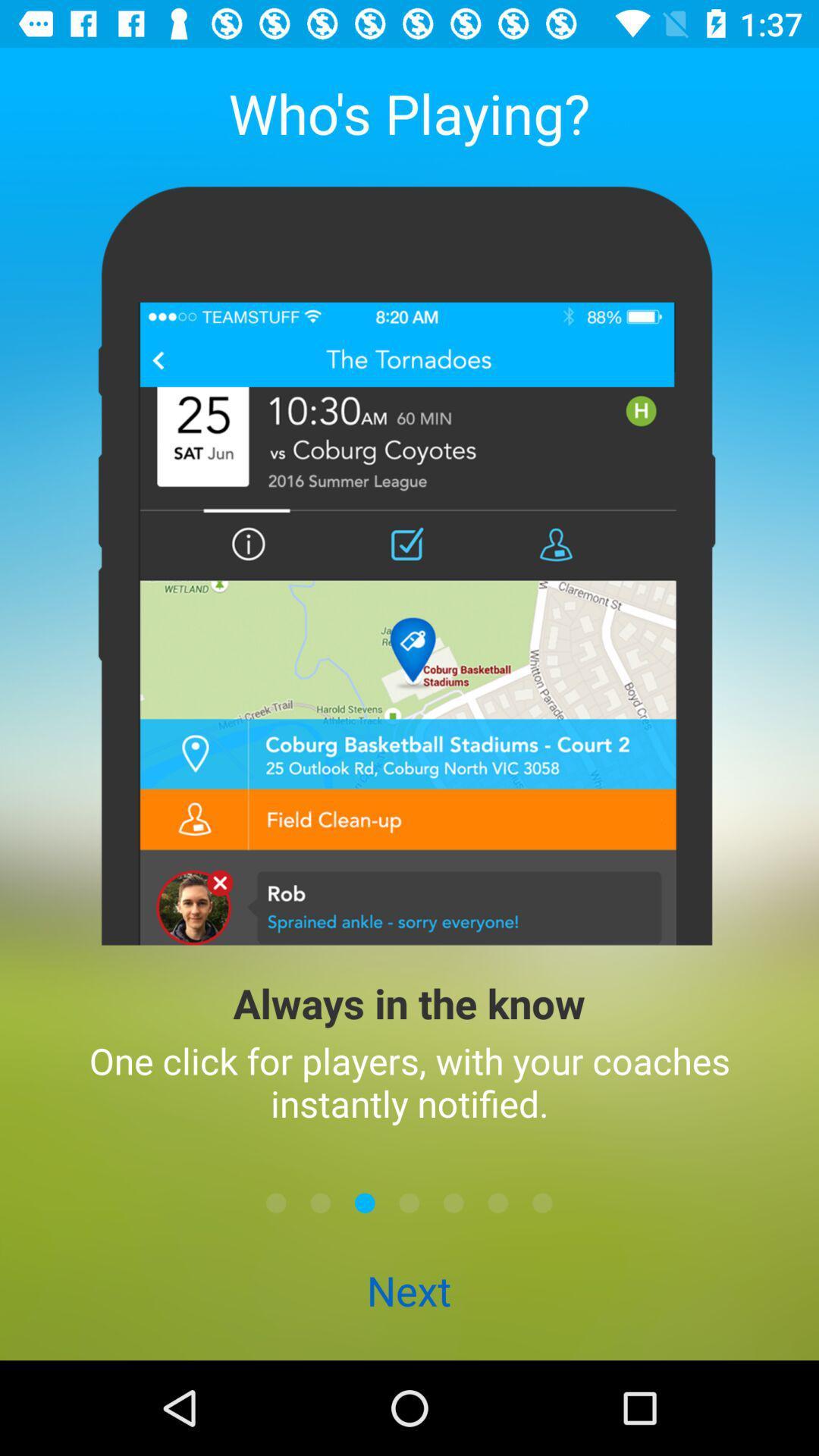 The image size is (819, 1456). I want to click on slide, so click(497, 1202).